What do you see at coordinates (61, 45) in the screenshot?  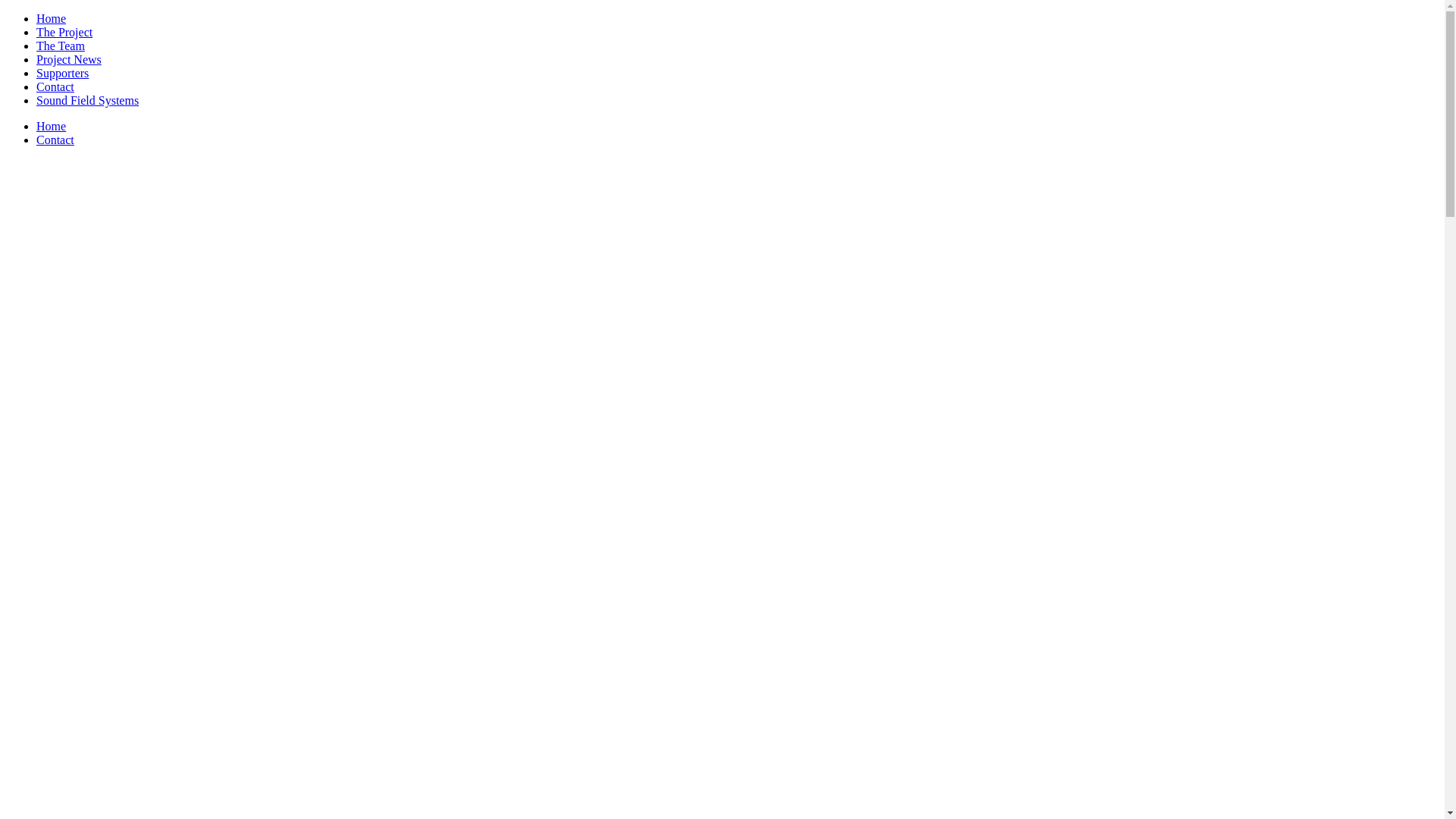 I see `'The Team'` at bounding box center [61, 45].